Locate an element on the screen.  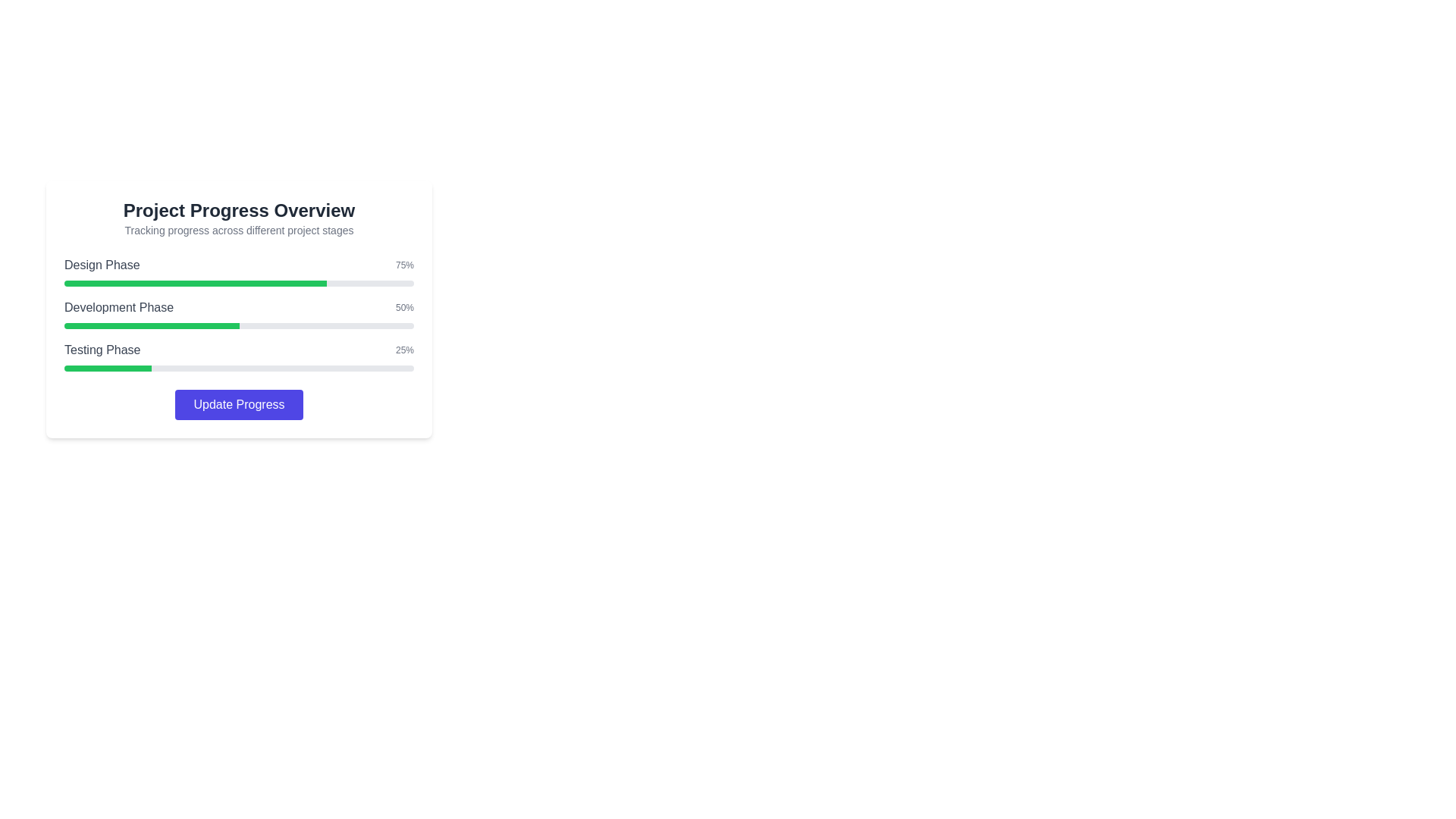
the Progress Bar indicating 75% completion in the 'Design Phase' under 'Project Progress Overview' is located at coordinates (238, 271).